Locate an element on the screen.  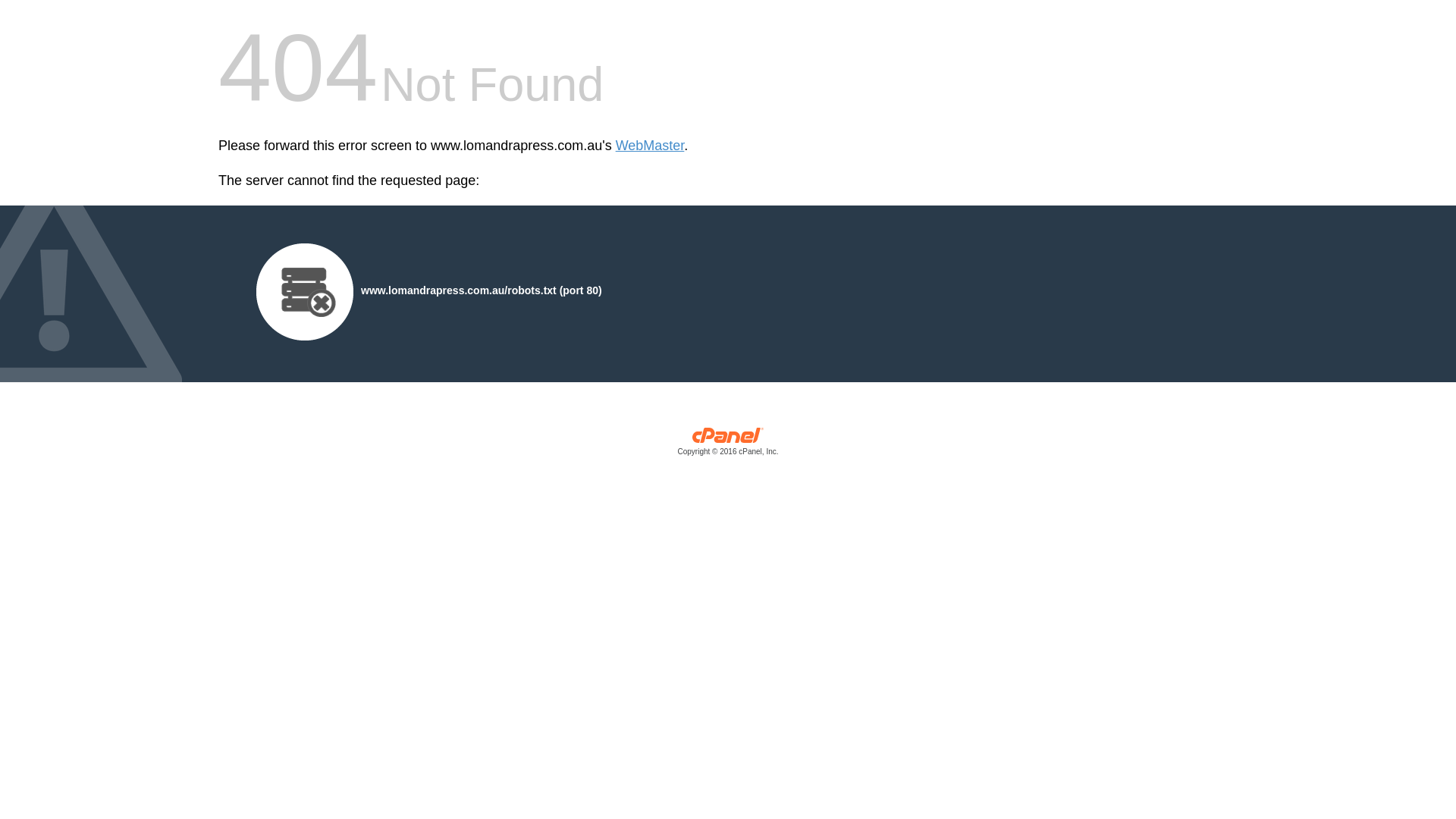
'WebMaster' is located at coordinates (650, 146).